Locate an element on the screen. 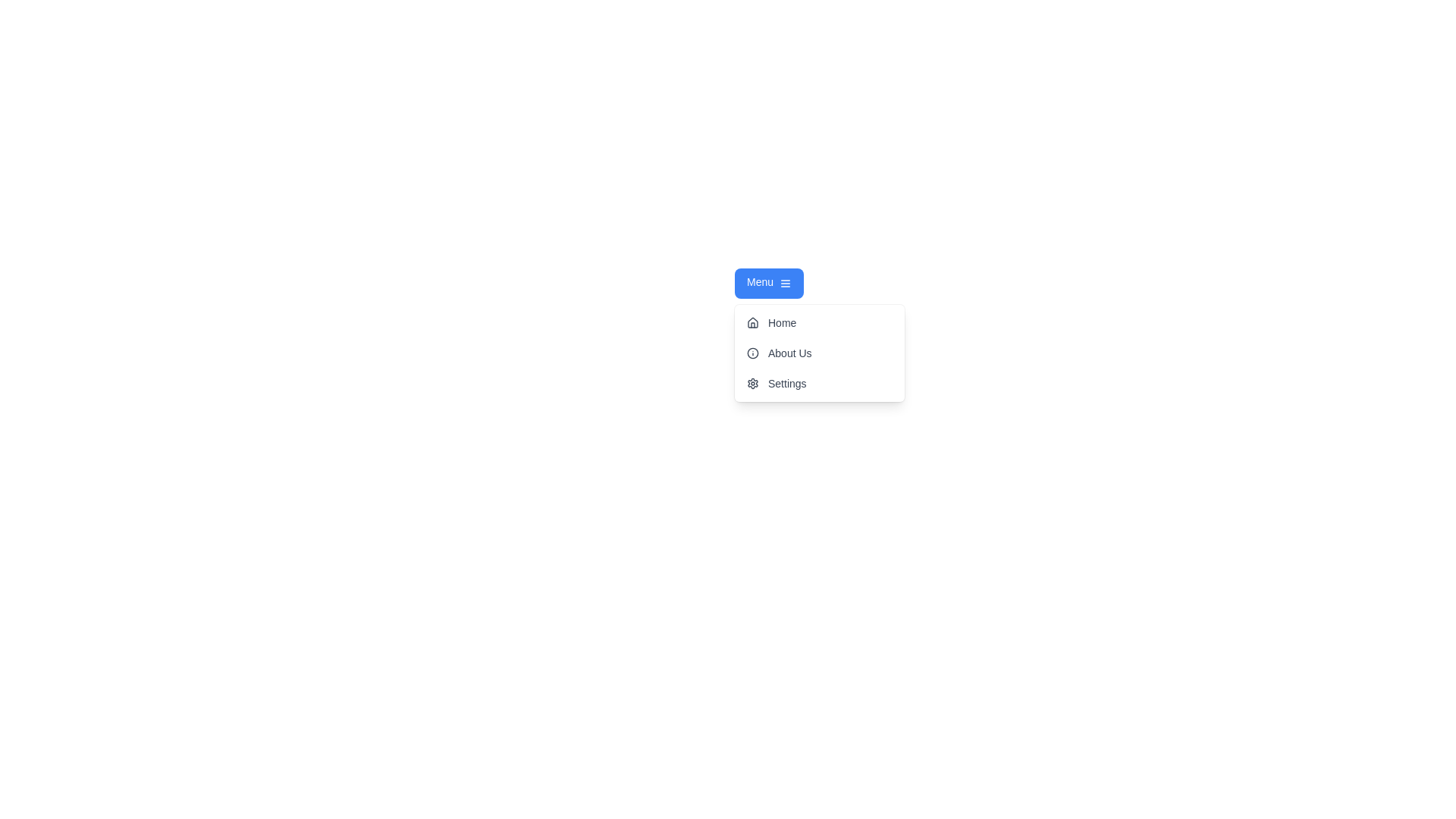  the house icon located to the left of the 'Home' menu option, which is styled with a classic angular roof and a door-like rectangle is located at coordinates (753, 322).